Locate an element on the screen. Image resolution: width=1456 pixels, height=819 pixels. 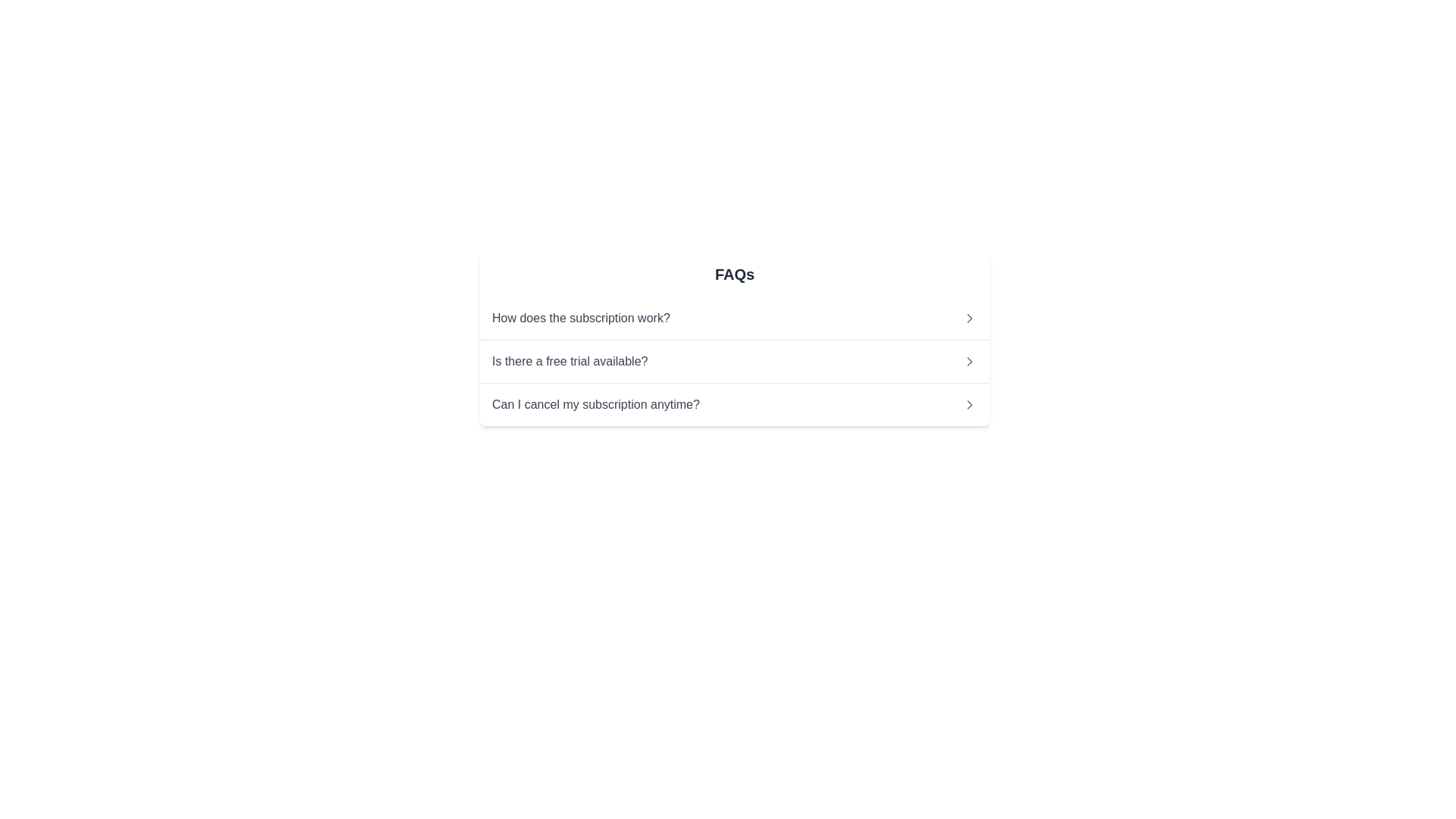
the right-facing gray chevron icon is located at coordinates (968, 403).